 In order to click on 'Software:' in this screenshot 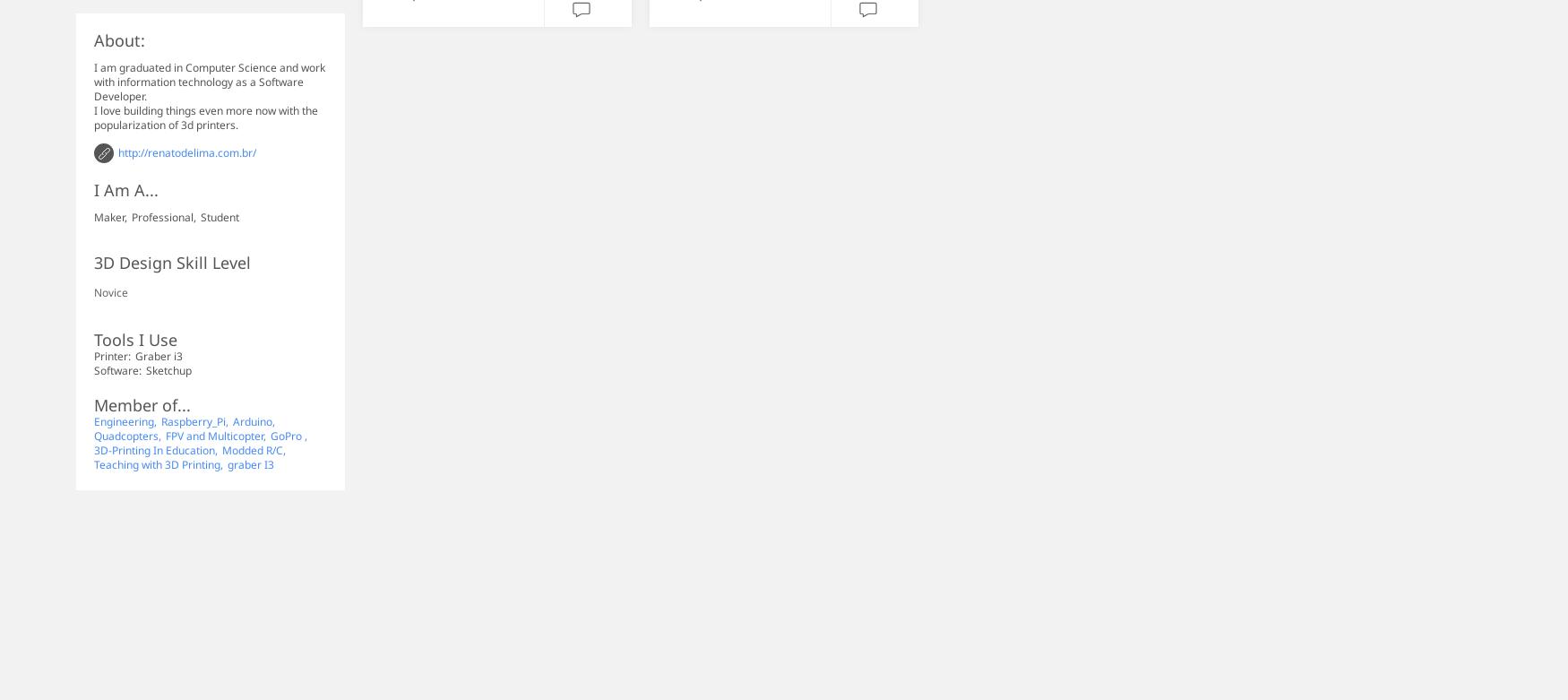, I will do `click(116, 369)`.